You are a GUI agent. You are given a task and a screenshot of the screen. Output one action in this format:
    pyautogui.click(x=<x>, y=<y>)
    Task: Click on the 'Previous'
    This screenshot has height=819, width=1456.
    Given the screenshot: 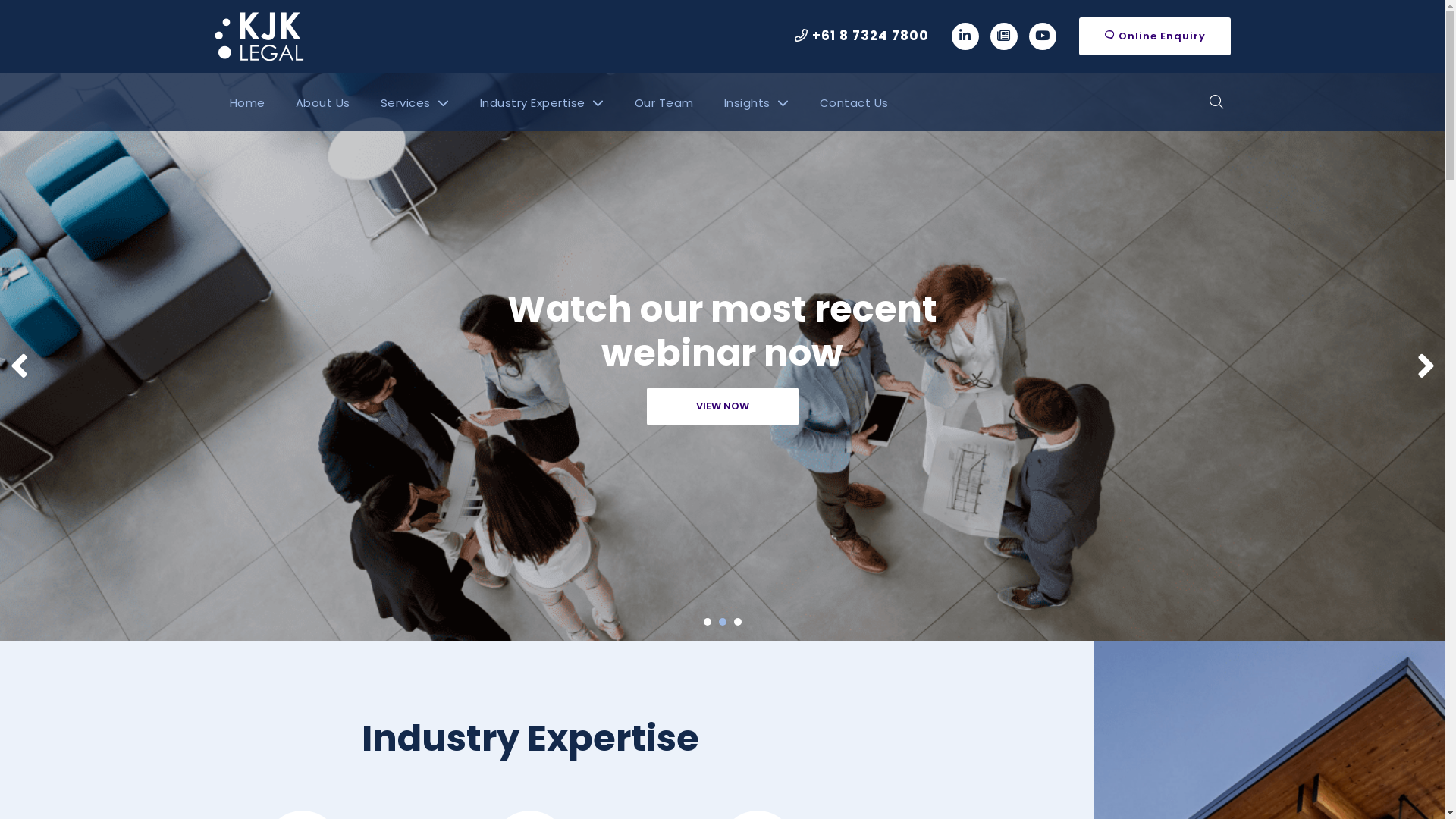 What is the action you would take?
    pyautogui.click(x=18, y=366)
    